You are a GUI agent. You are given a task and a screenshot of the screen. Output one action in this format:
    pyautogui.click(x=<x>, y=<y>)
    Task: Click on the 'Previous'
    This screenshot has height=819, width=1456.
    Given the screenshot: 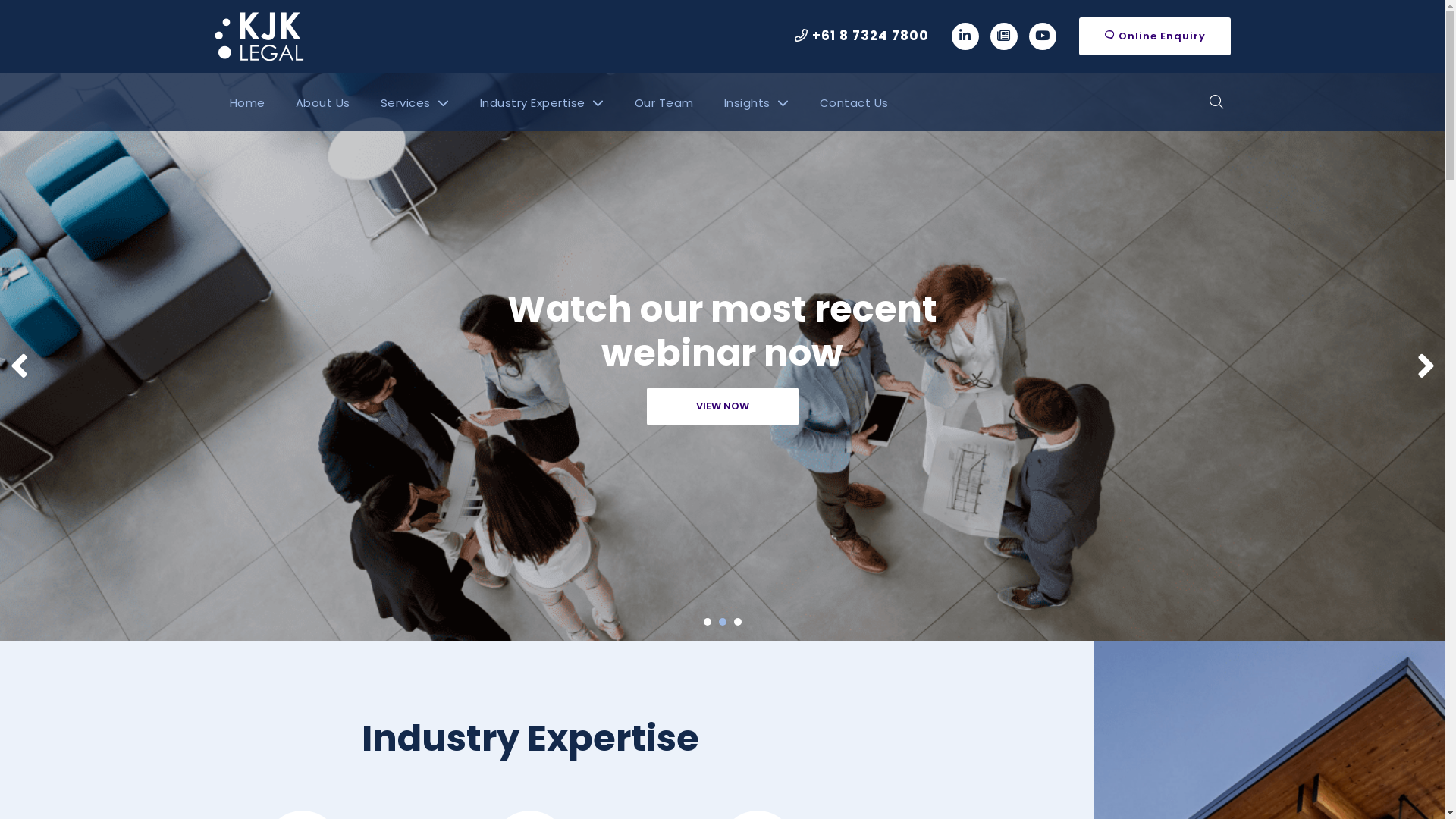 What is the action you would take?
    pyautogui.click(x=18, y=366)
    